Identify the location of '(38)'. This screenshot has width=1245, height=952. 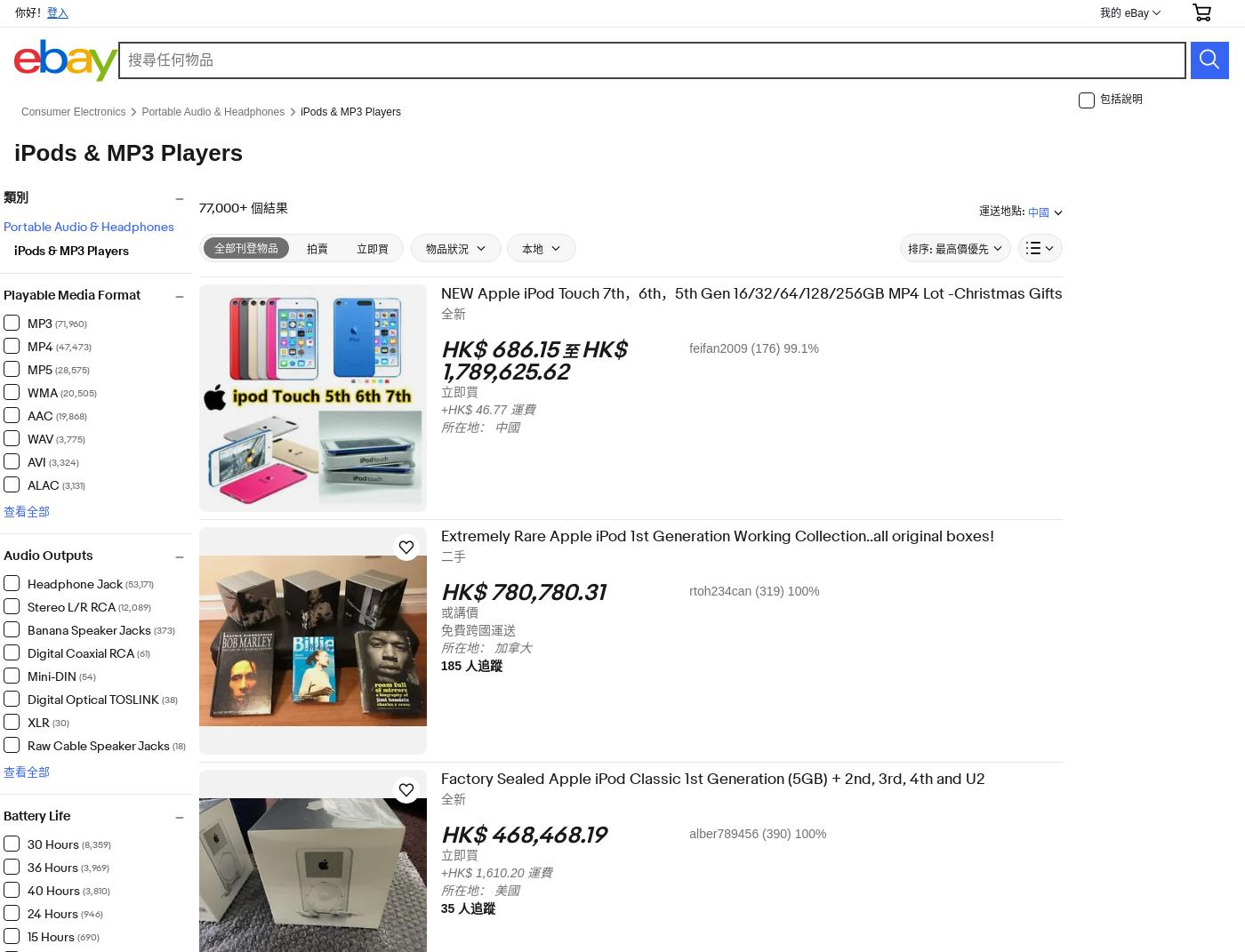
(180, 698).